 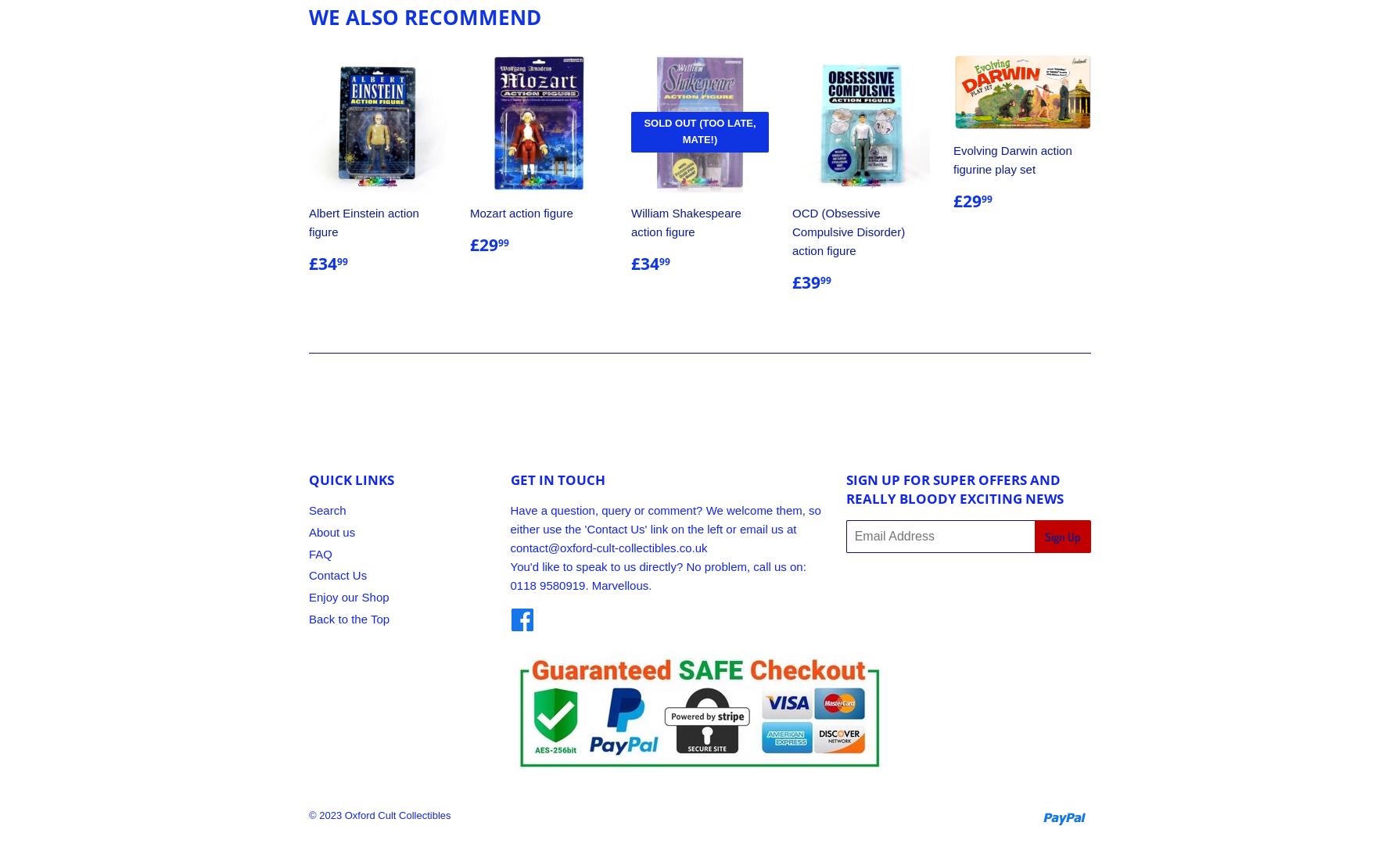 What do you see at coordinates (953, 159) in the screenshot?
I see `'Evolving Darwin action figurine play set'` at bounding box center [953, 159].